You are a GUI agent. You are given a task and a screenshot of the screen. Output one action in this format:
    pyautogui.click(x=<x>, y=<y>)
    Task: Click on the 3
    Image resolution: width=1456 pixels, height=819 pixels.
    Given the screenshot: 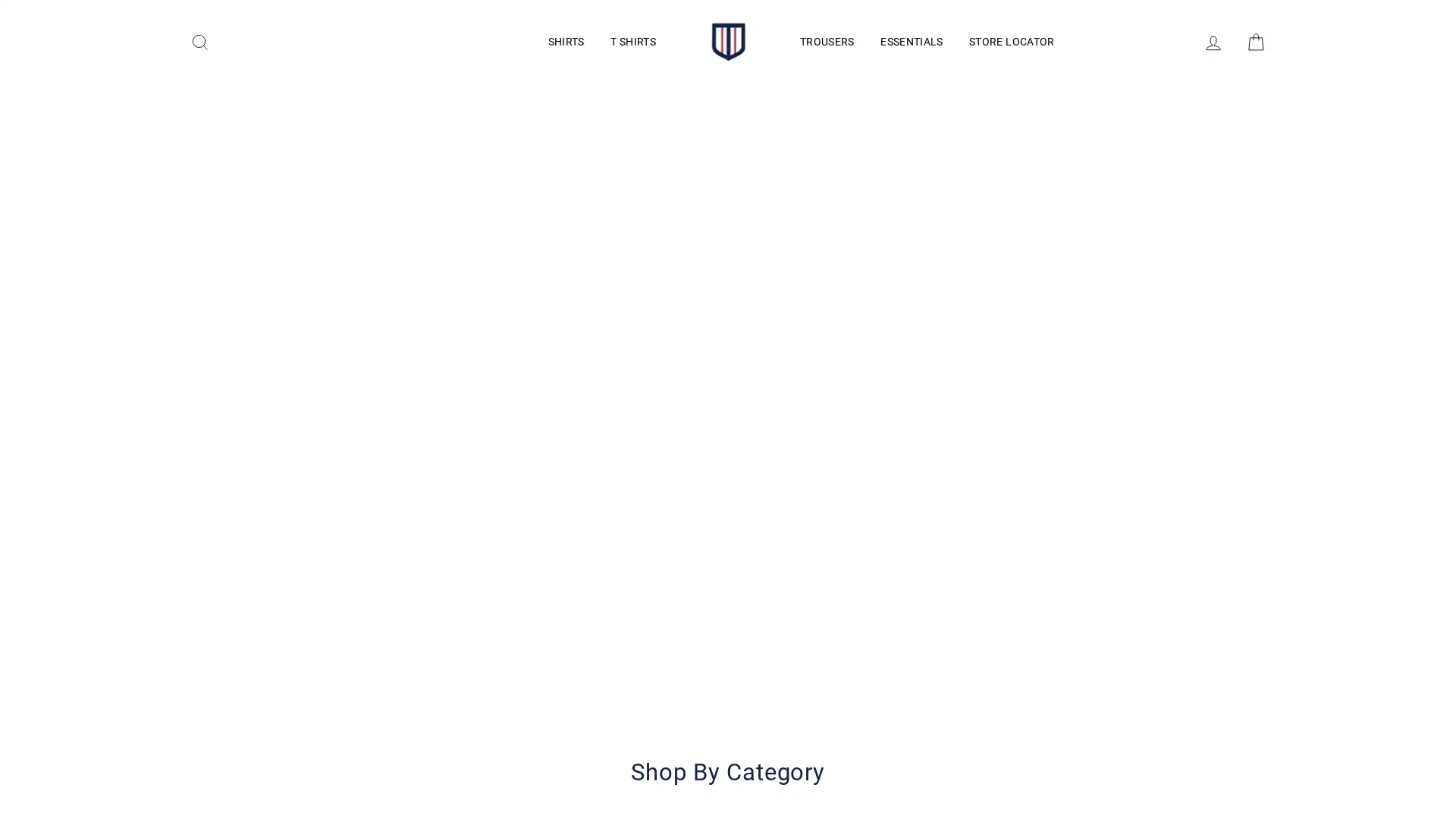 What is the action you would take?
    pyautogui.click(x=848, y=733)
    